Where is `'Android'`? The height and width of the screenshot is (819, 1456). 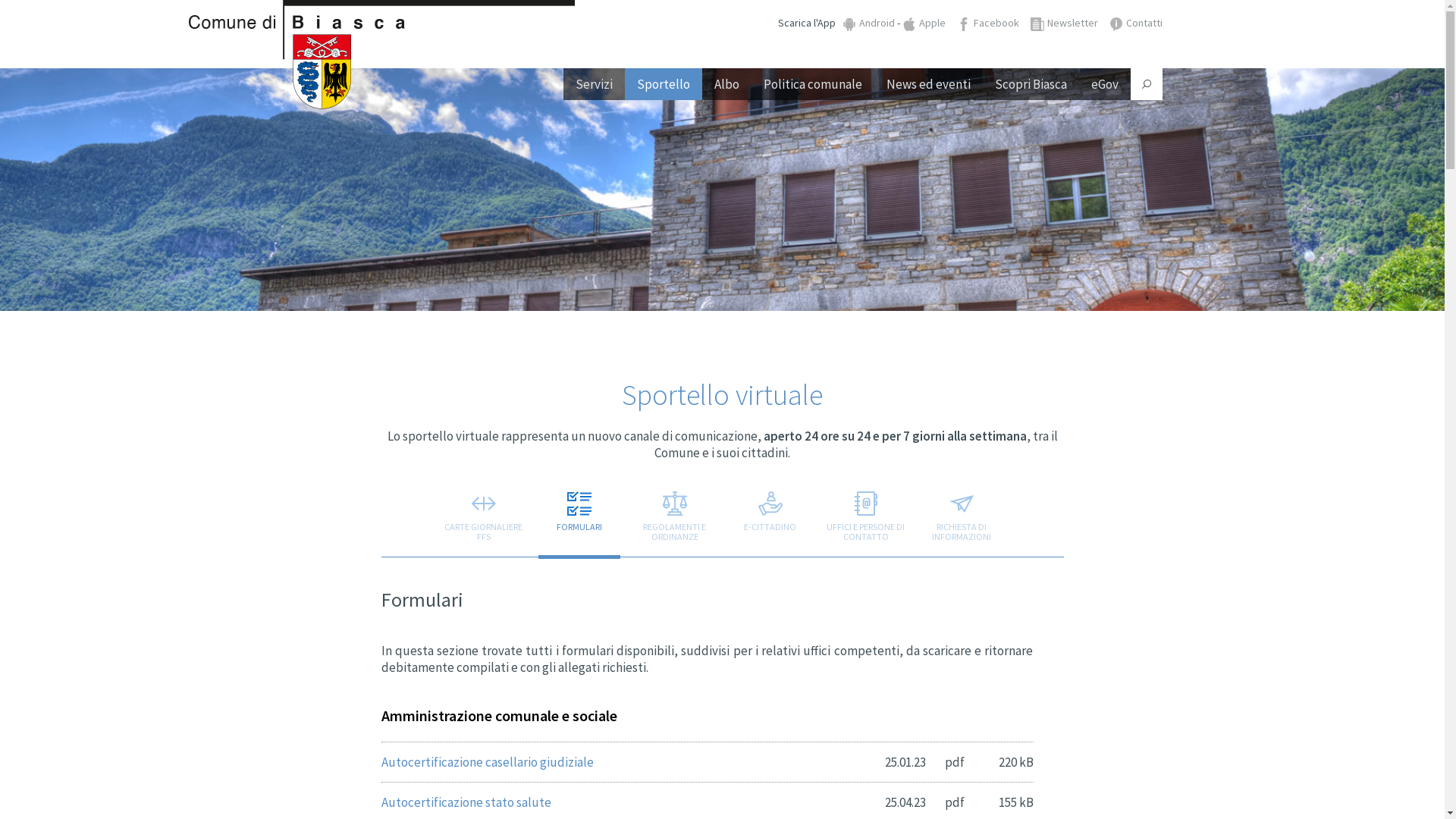 'Android' is located at coordinates (868, 23).